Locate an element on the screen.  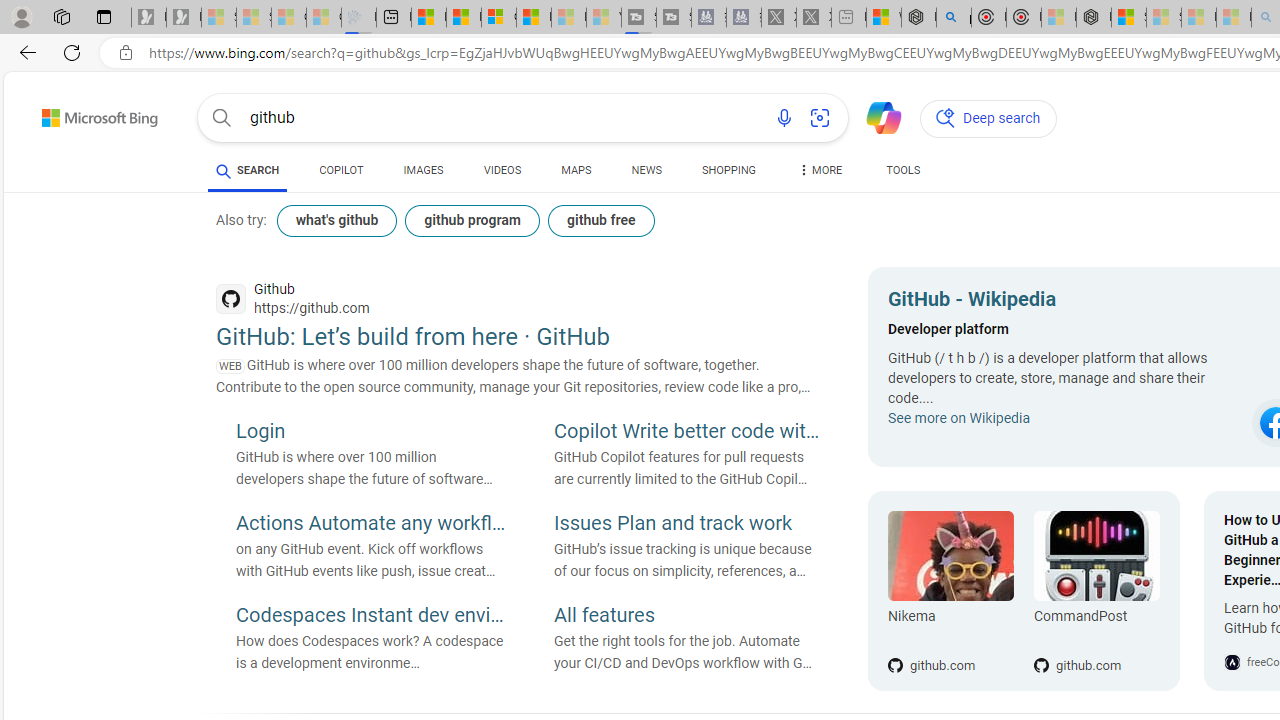
'github free' is located at coordinates (599, 221).